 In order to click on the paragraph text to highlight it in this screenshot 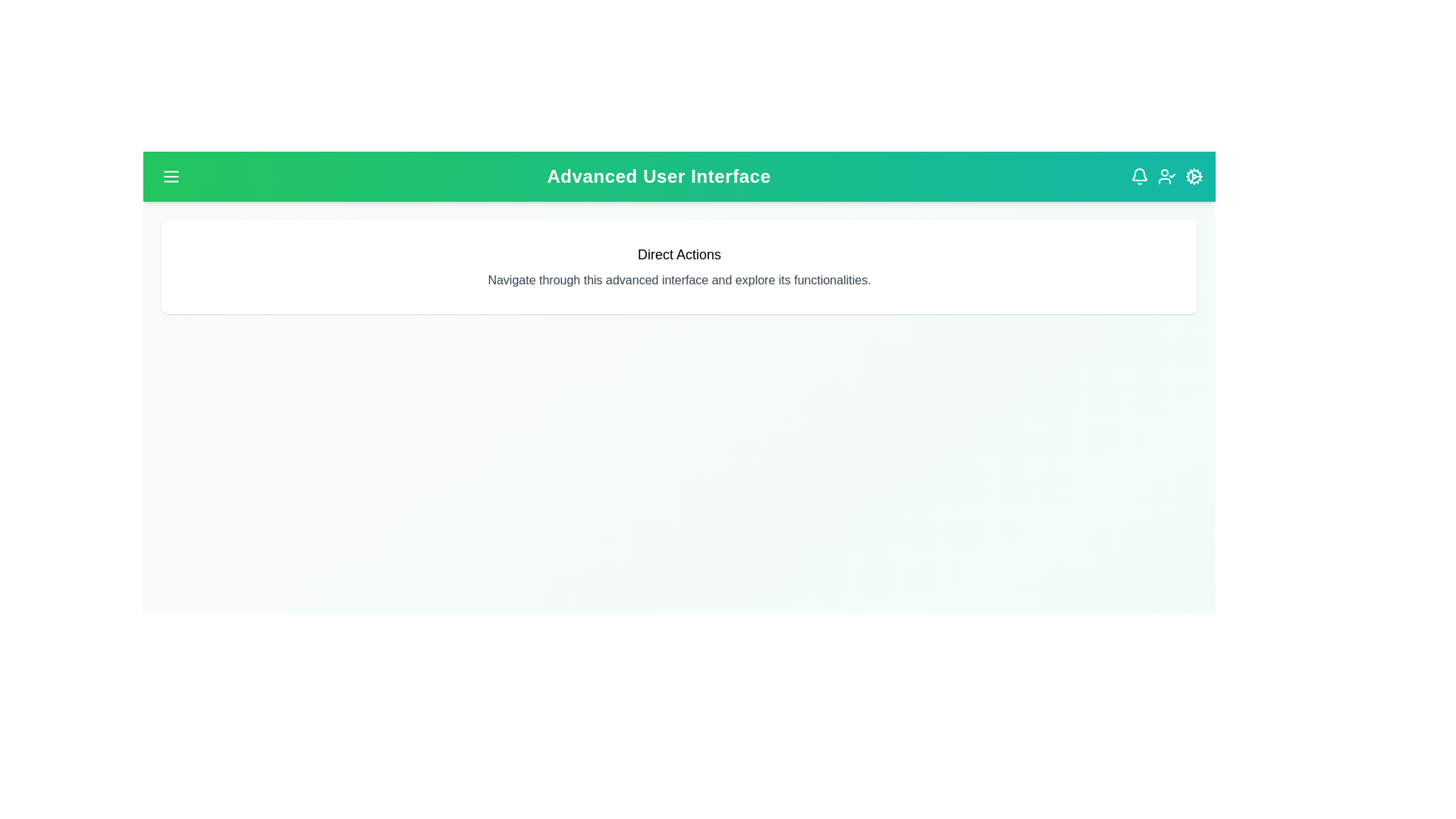, I will do `click(679, 281)`.